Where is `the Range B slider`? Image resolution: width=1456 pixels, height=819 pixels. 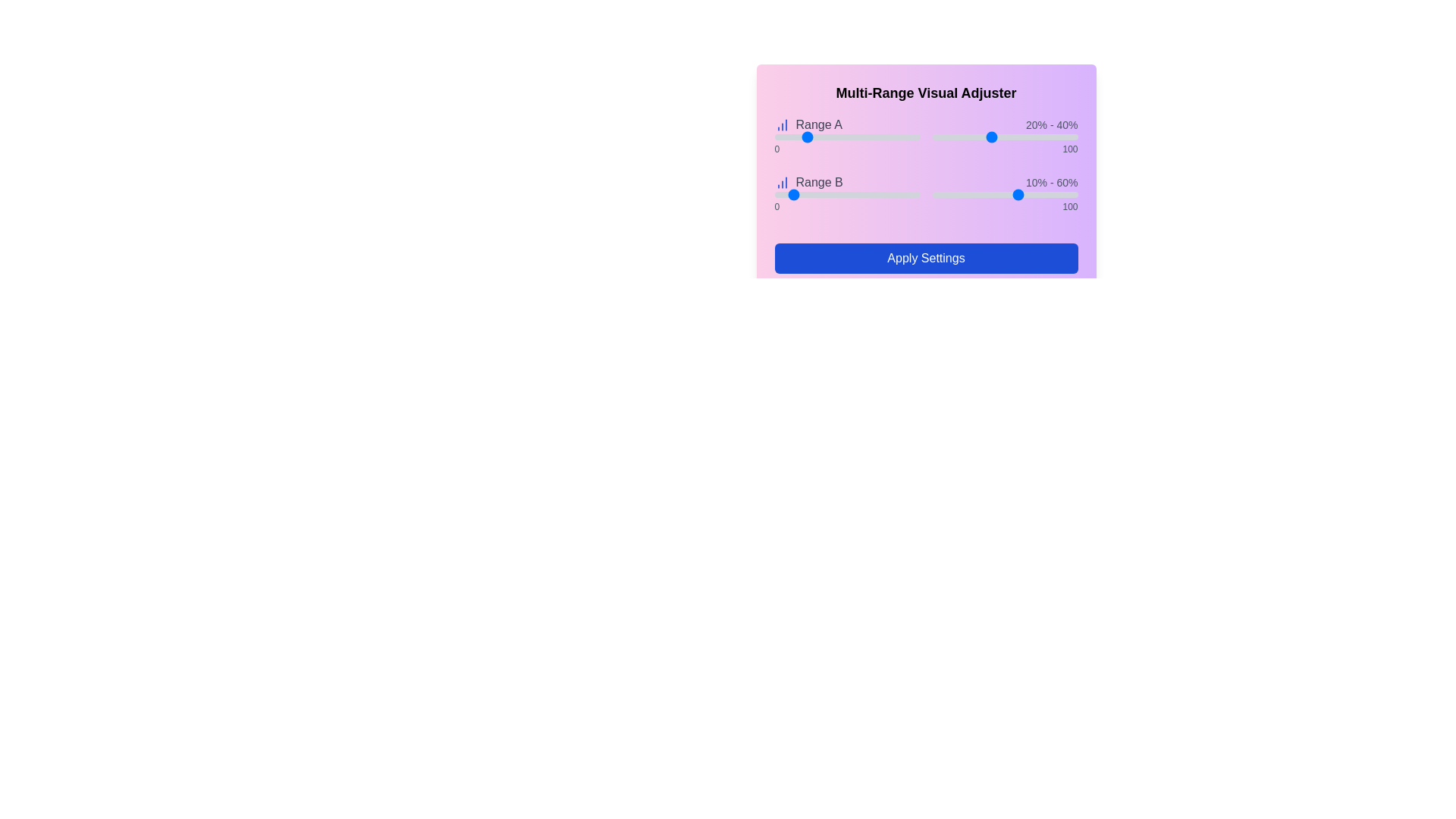 the Range B slider is located at coordinates (1048, 194).